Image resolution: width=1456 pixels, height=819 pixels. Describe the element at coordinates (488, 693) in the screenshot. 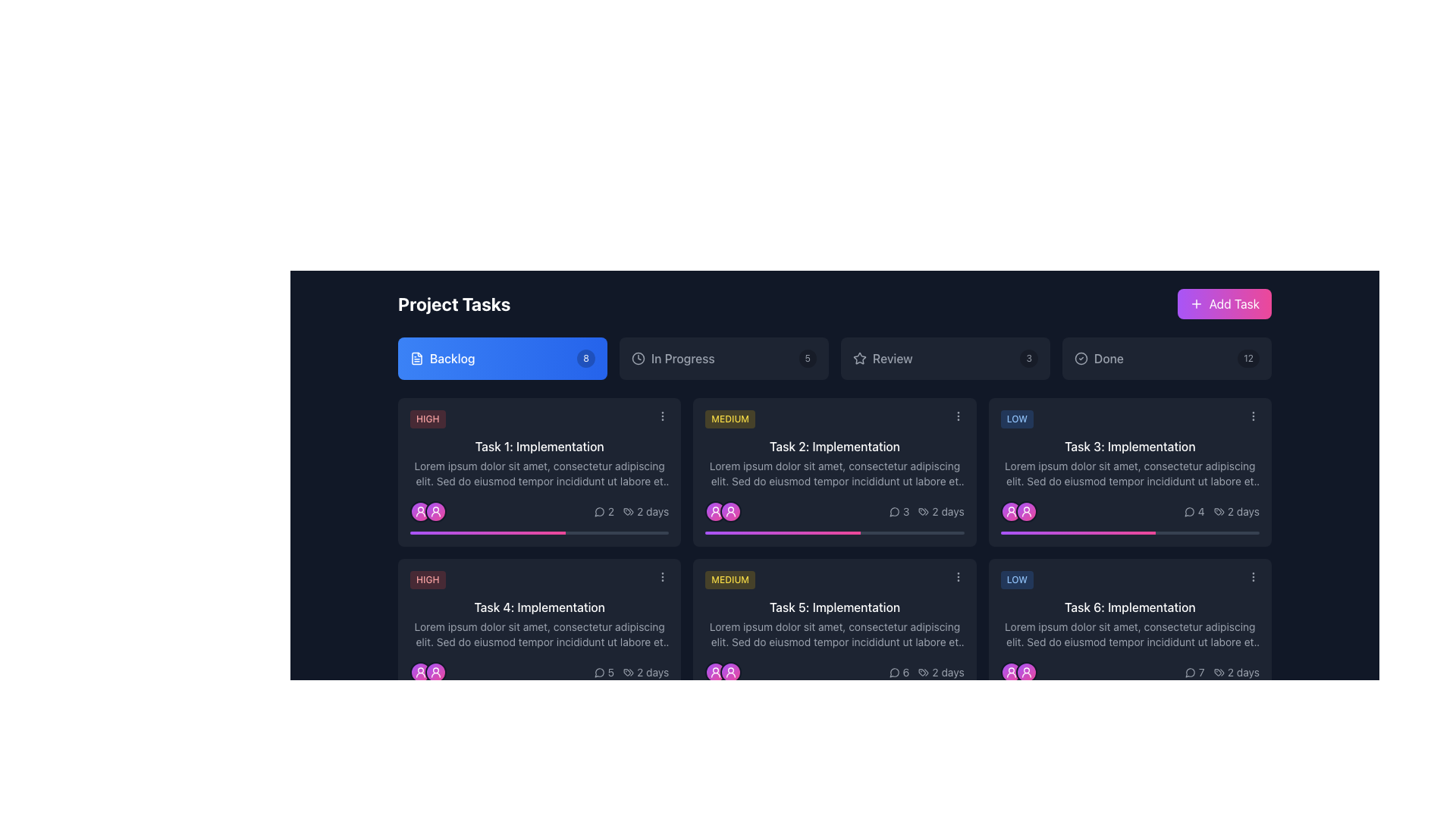

I see `the filled segment of the Progress bar located at the bottom section of the task card, indicating task progress` at that location.